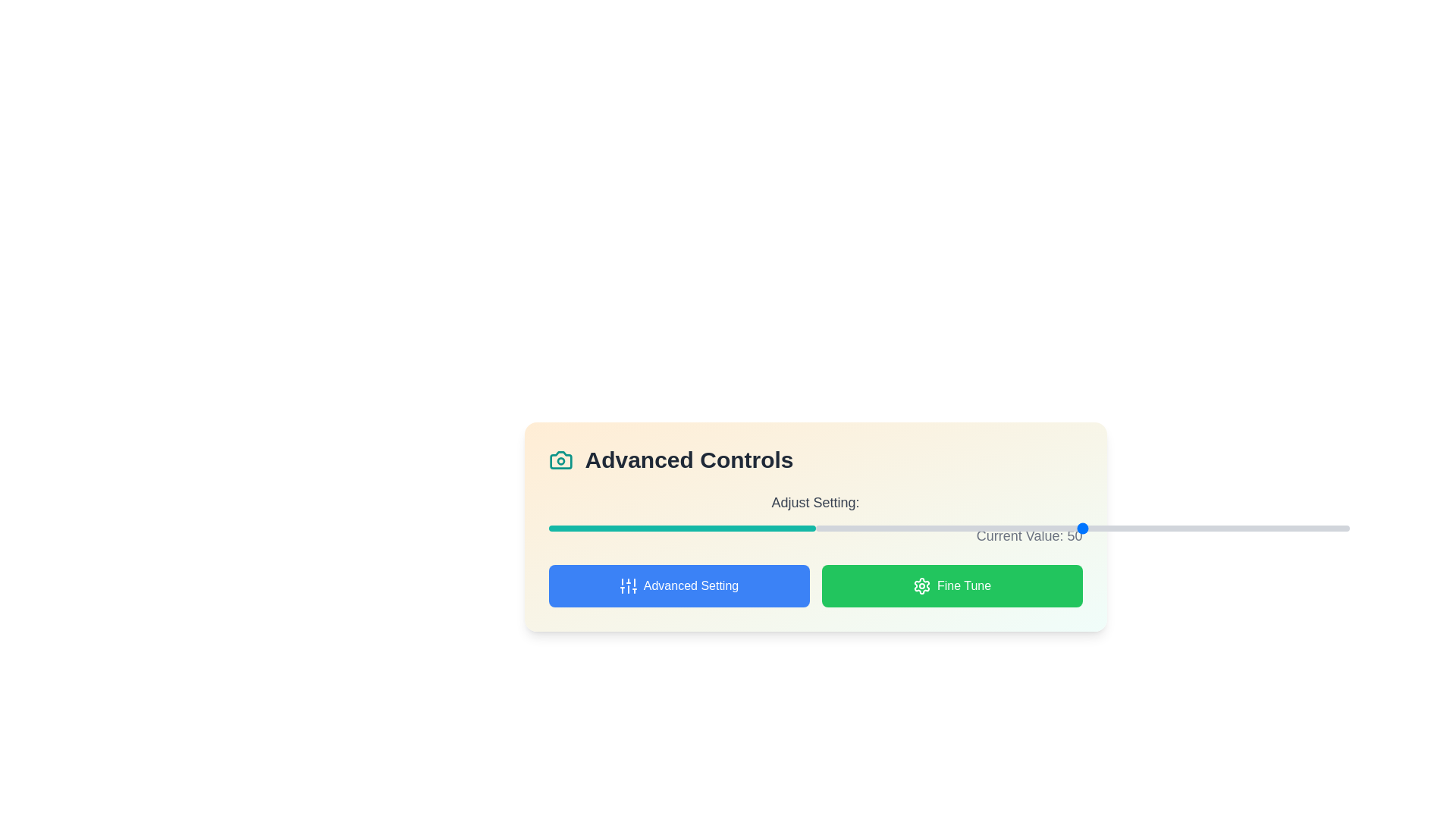 This screenshot has width=1456, height=819. I want to click on the slider value, so click(943, 528).